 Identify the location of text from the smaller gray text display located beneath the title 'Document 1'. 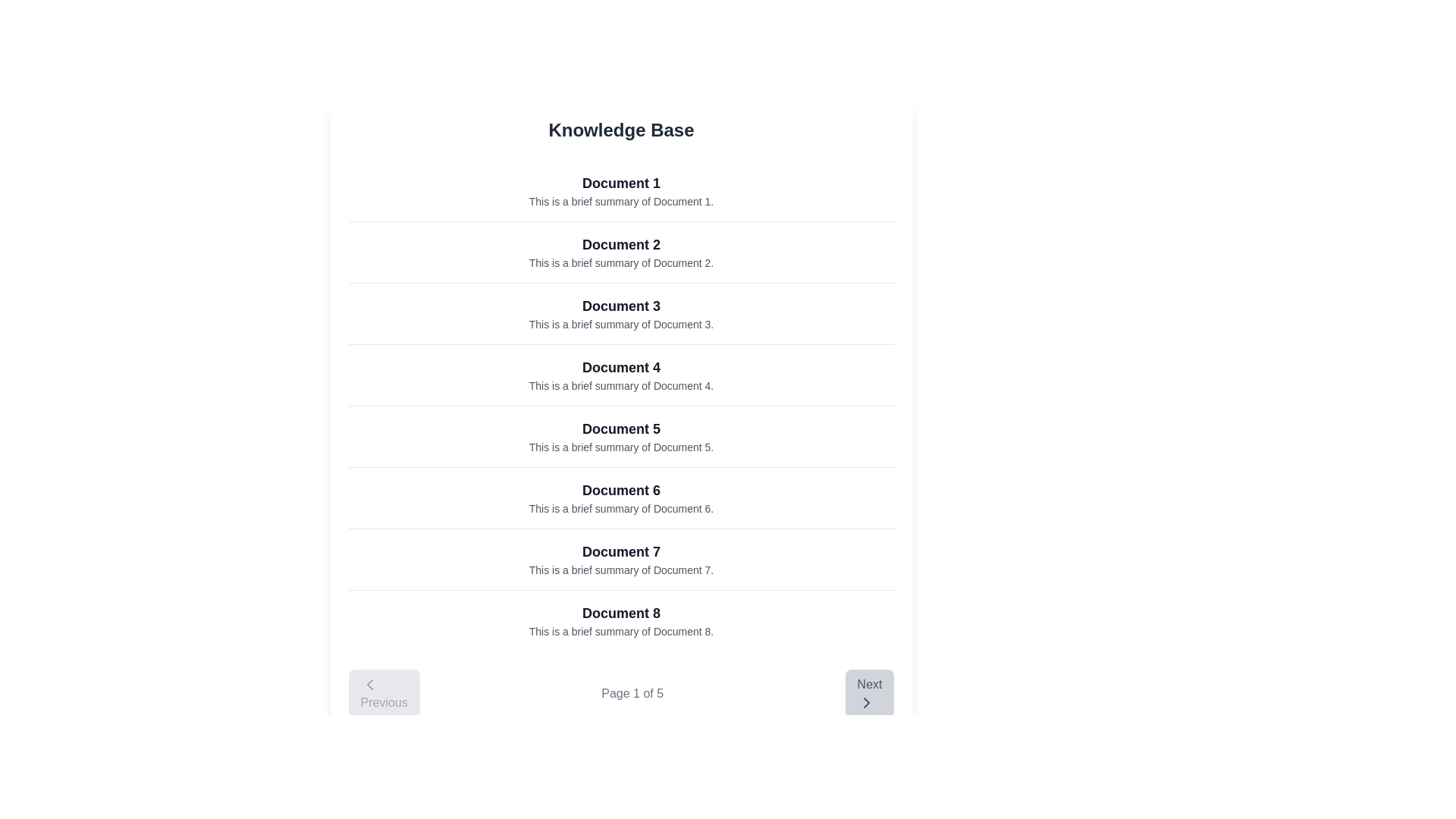
(621, 201).